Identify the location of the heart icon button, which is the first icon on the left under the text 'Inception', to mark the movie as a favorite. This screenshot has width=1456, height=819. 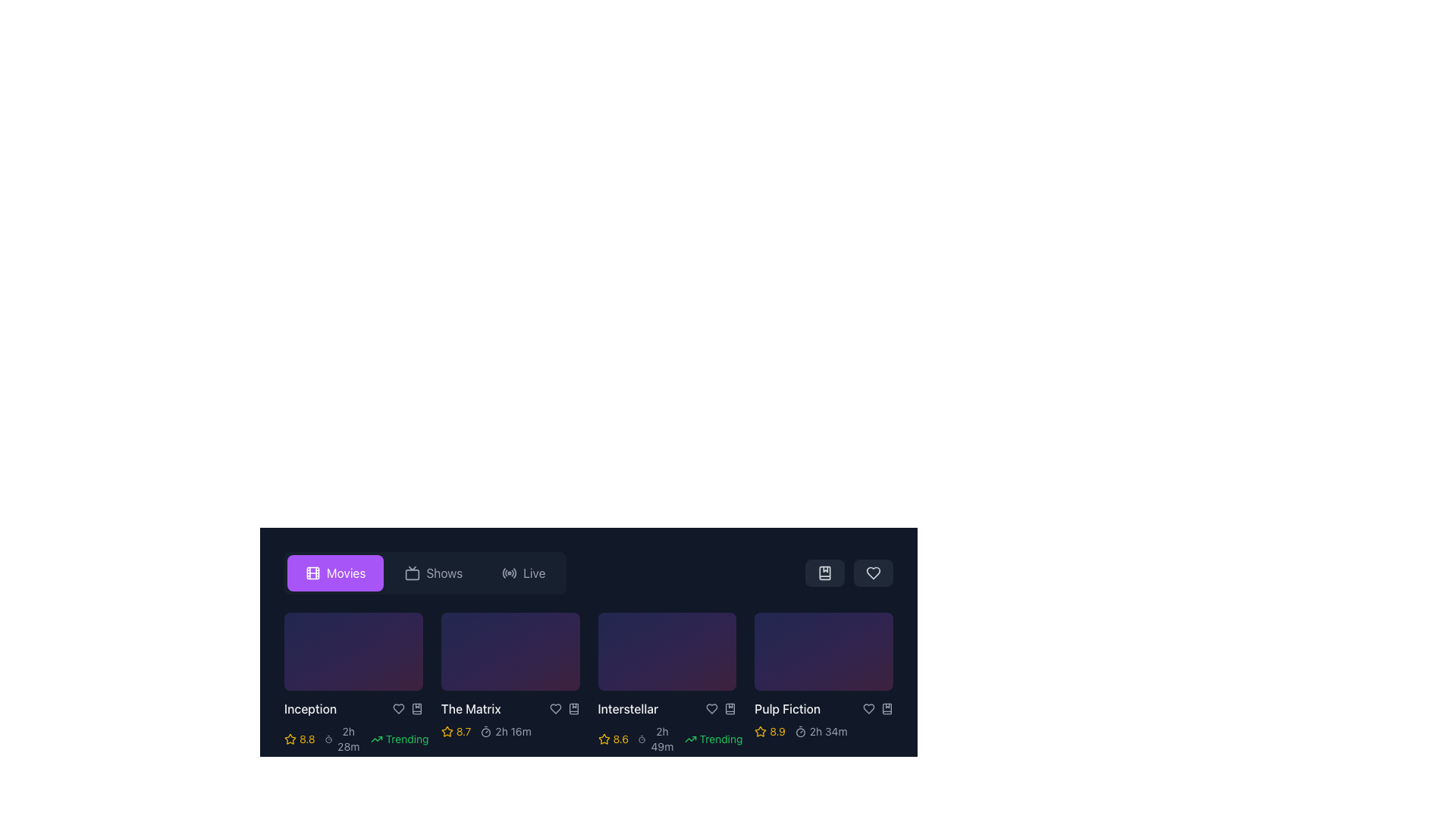
(398, 708).